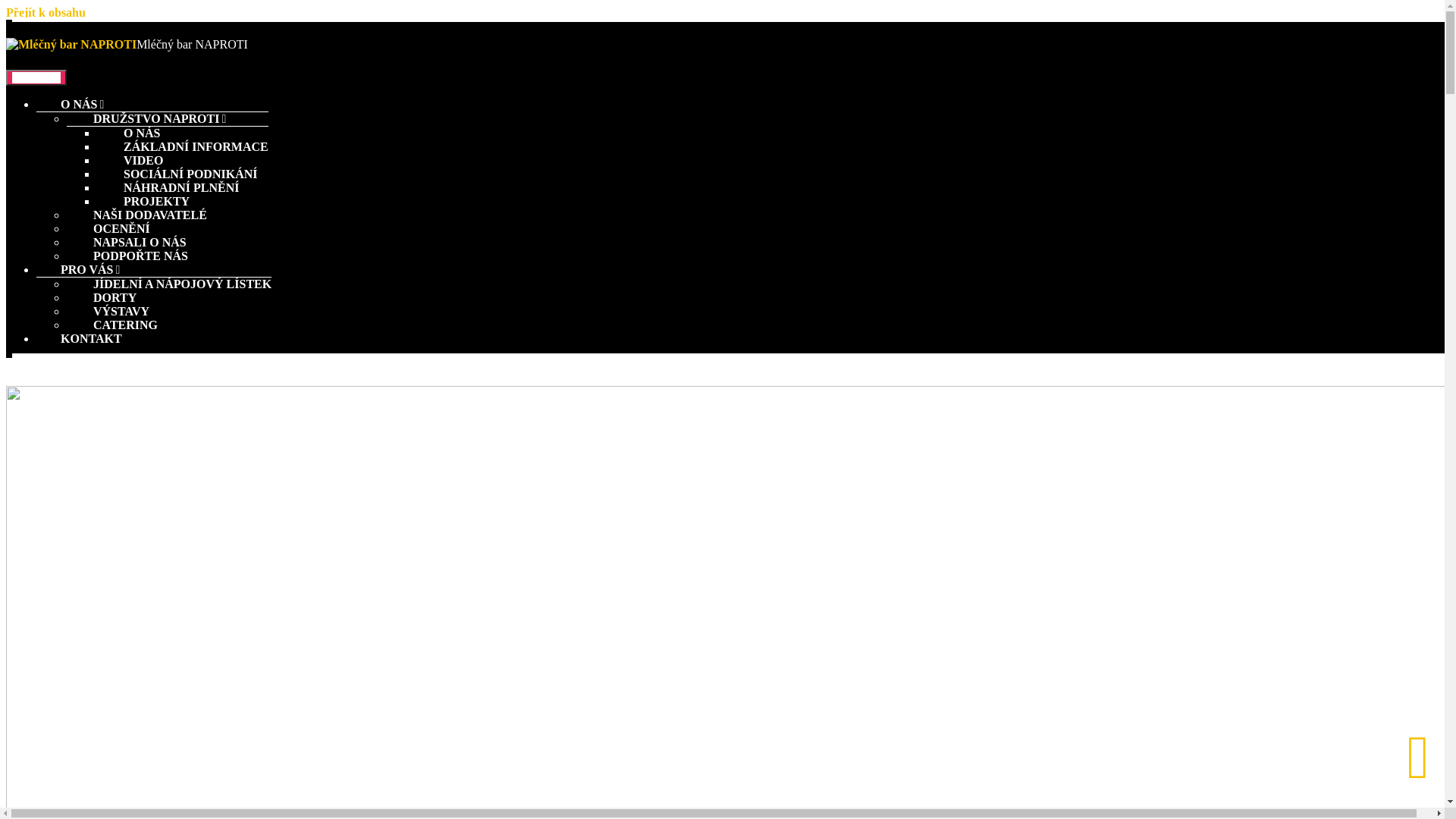  Describe the element at coordinates (143, 200) in the screenshot. I see `'PROJEKTY'` at that location.